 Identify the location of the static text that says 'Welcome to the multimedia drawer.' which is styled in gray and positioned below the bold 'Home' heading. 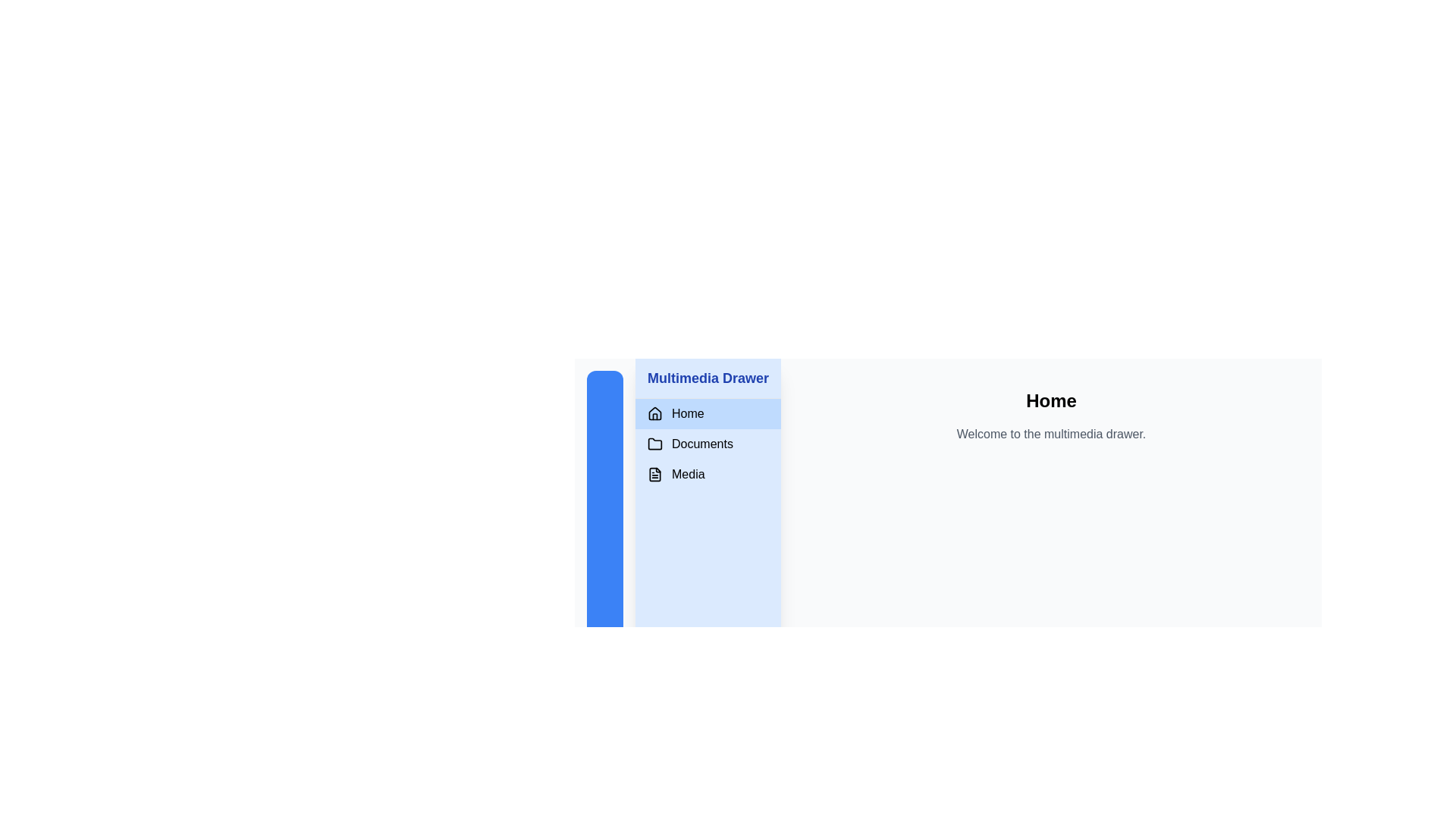
(1050, 435).